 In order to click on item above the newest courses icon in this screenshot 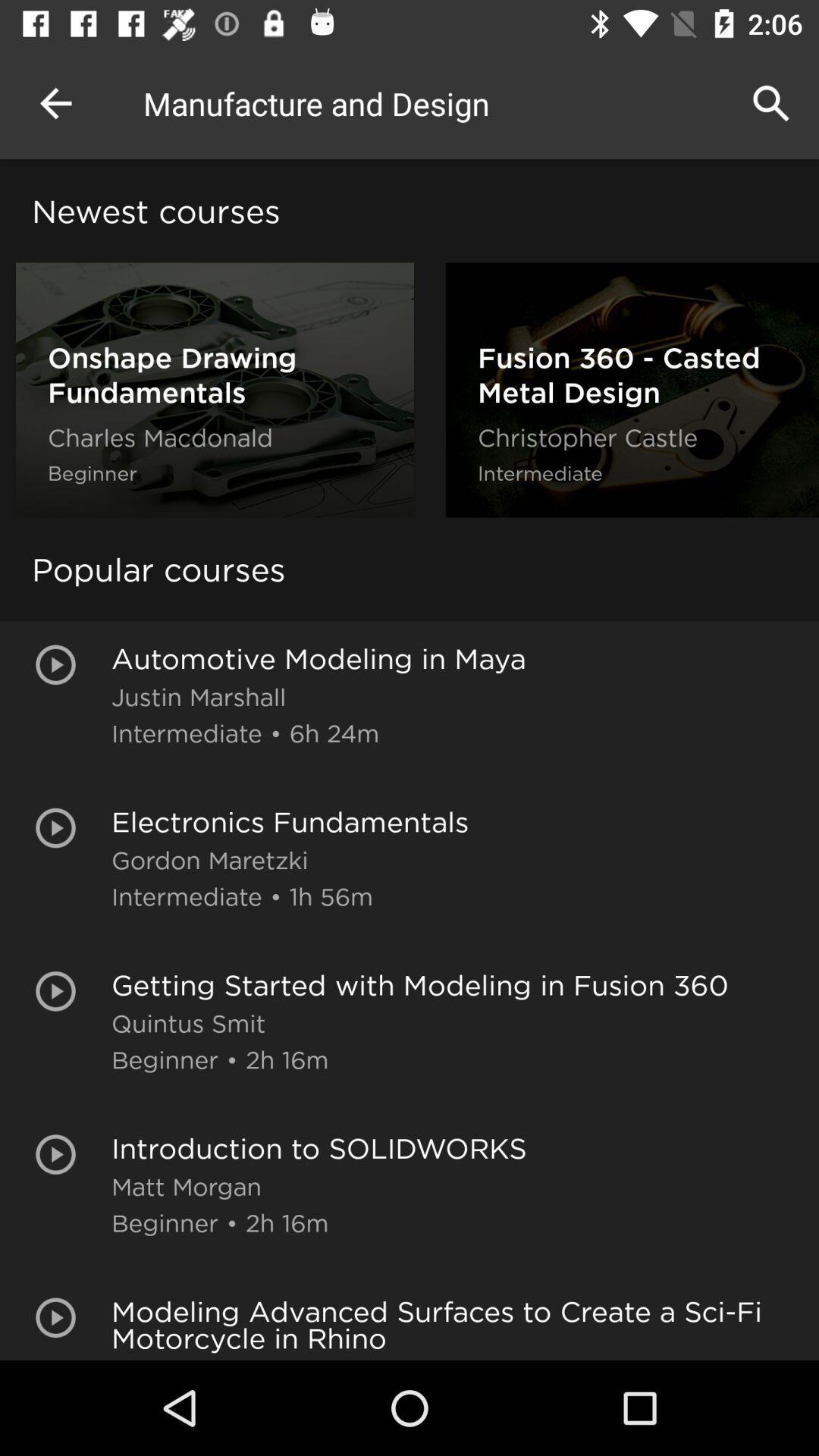, I will do `click(55, 102)`.